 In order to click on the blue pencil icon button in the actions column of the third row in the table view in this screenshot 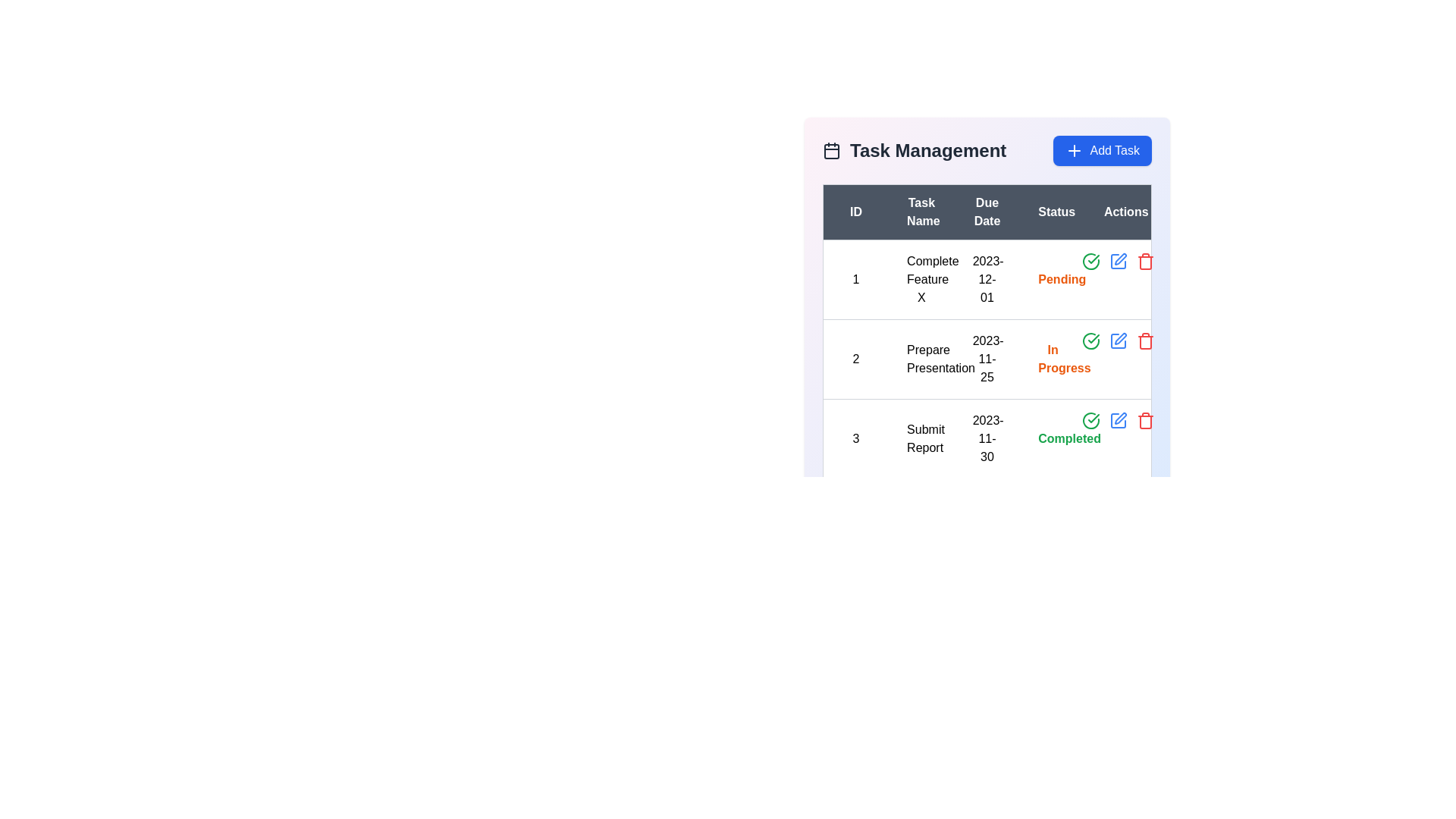, I will do `click(1118, 421)`.